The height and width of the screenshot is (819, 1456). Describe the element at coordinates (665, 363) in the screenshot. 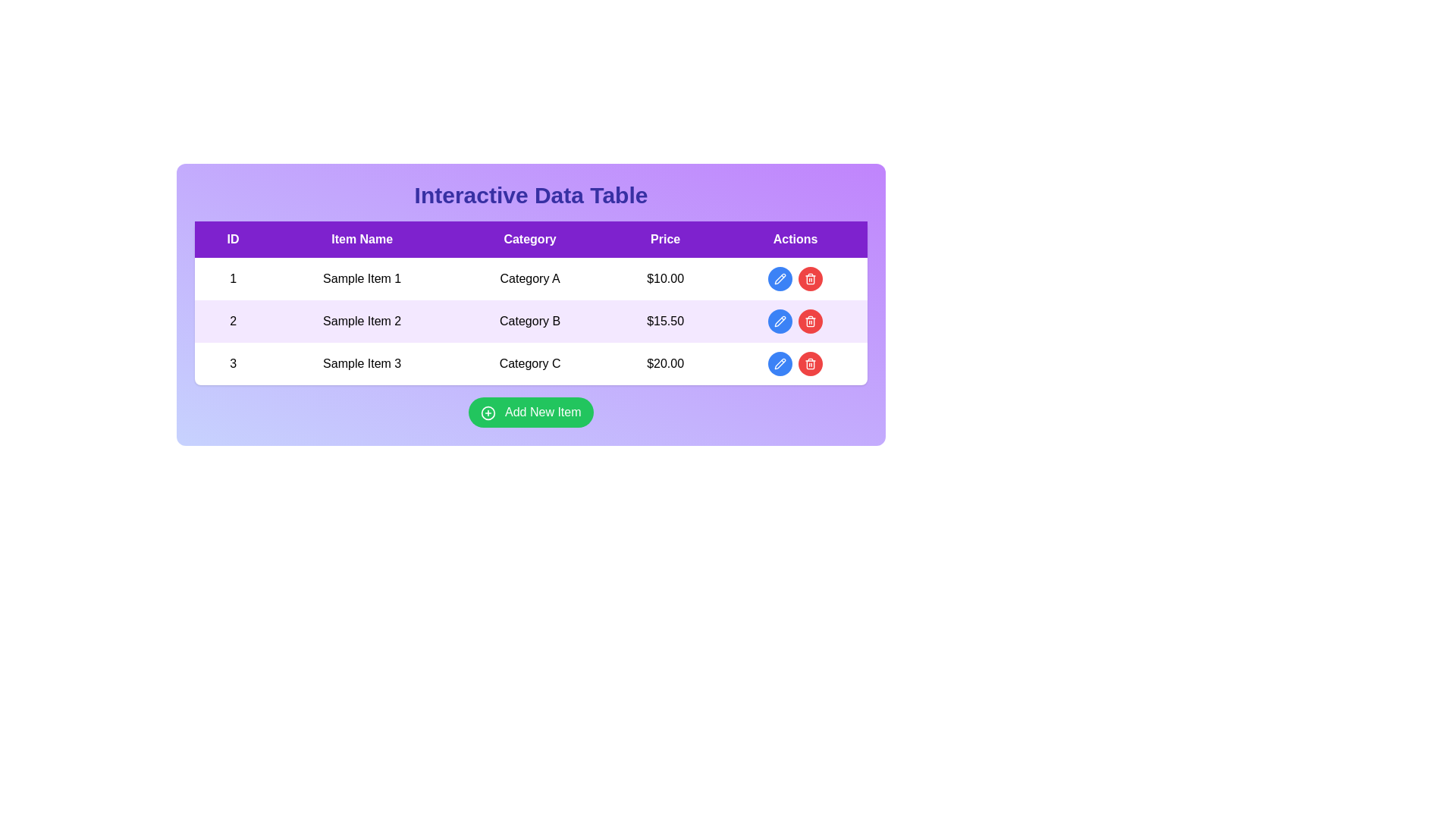

I see `the static text label displaying the price "$20.00" in the Price column of the data table, which is aligned with "Sample Item 3."` at that location.